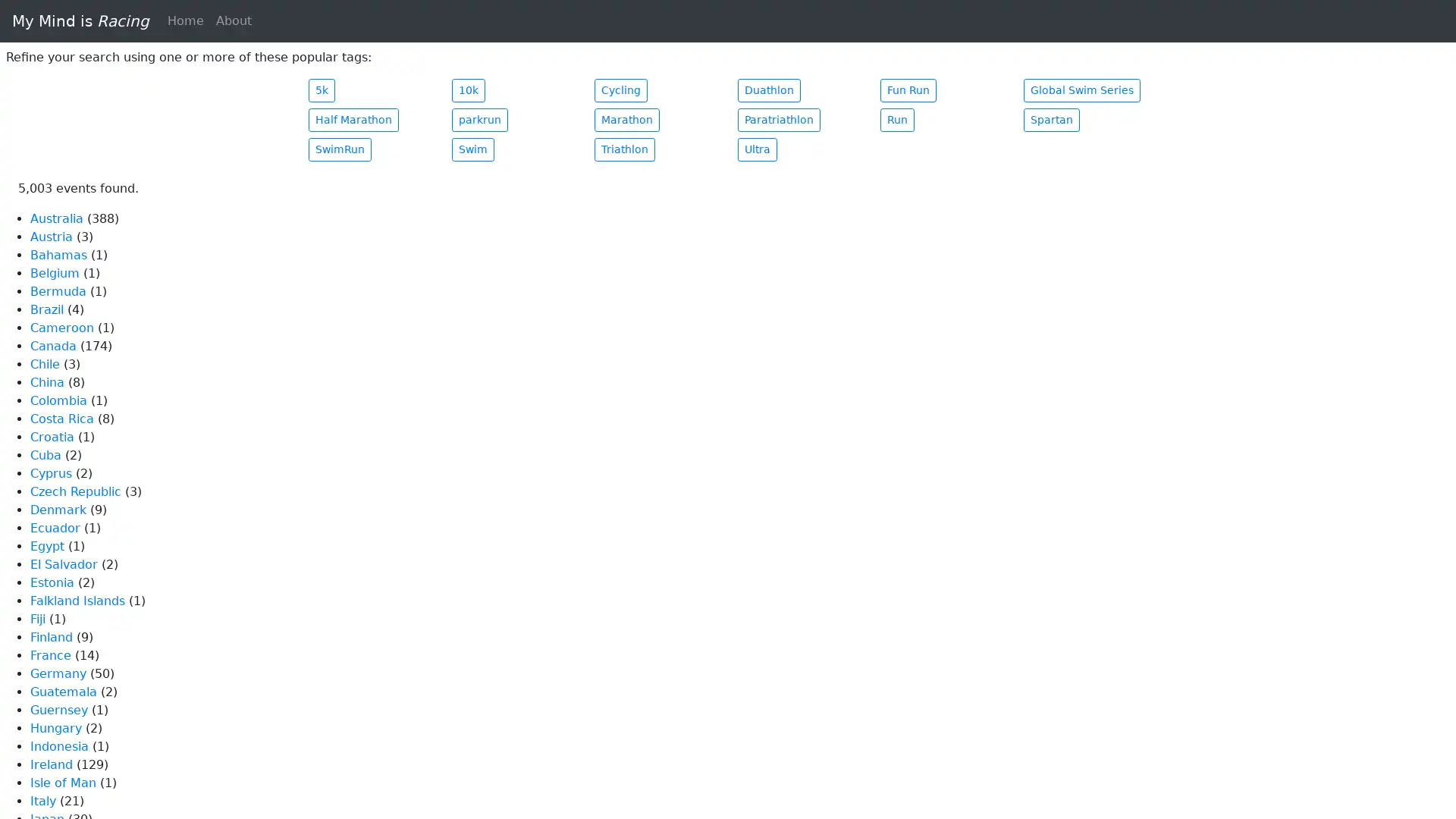  What do you see at coordinates (768, 90) in the screenshot?
I see `Duathlon` at bounding box center [768, 90].